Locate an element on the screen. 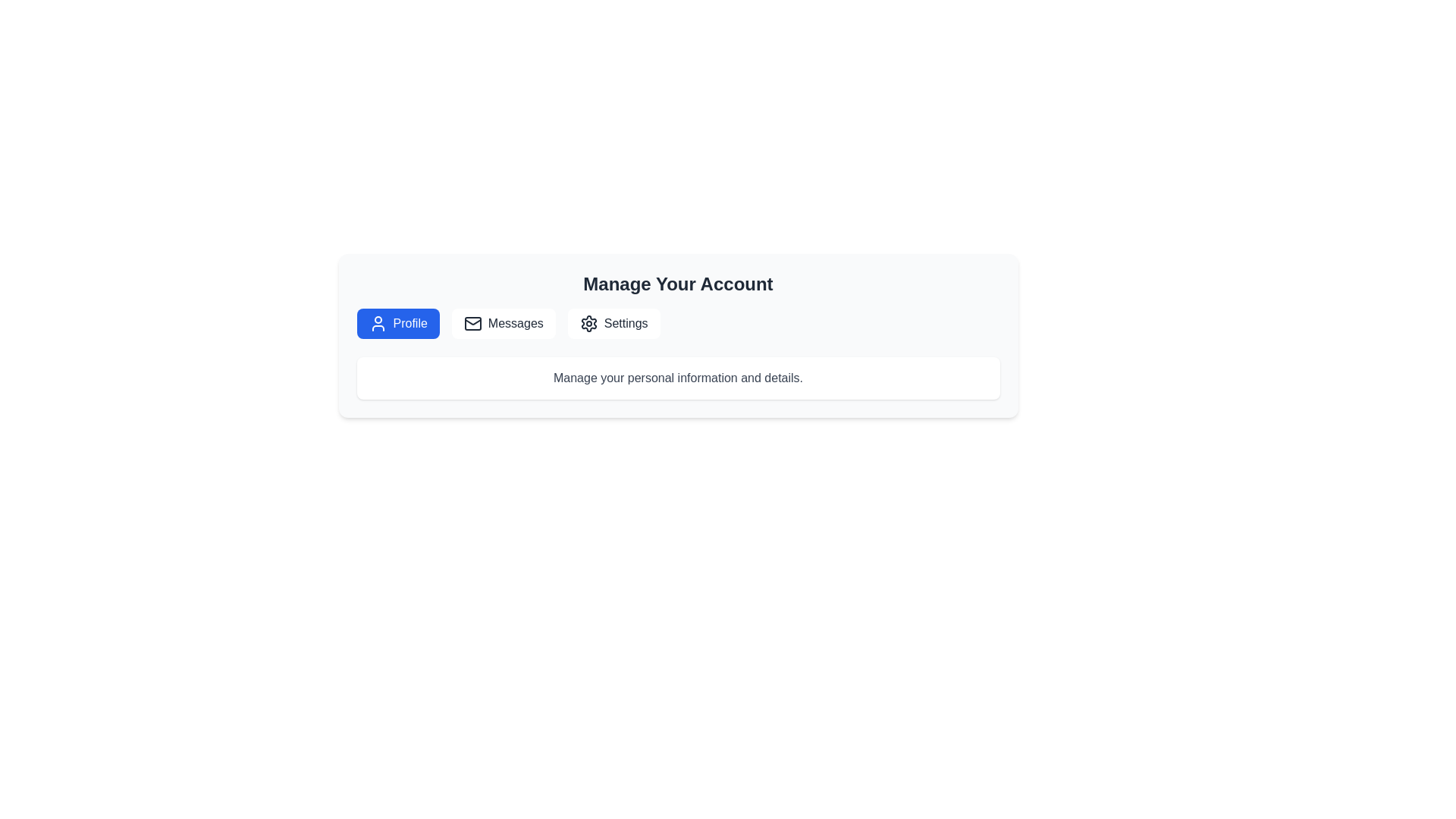 The height and width of the screenshot is (819, 1456). the gear icon in the 'Settings' tab section, which represents settings-related functionalities in the 'Manage Your Account' interface is located at coordinates (588, 323).